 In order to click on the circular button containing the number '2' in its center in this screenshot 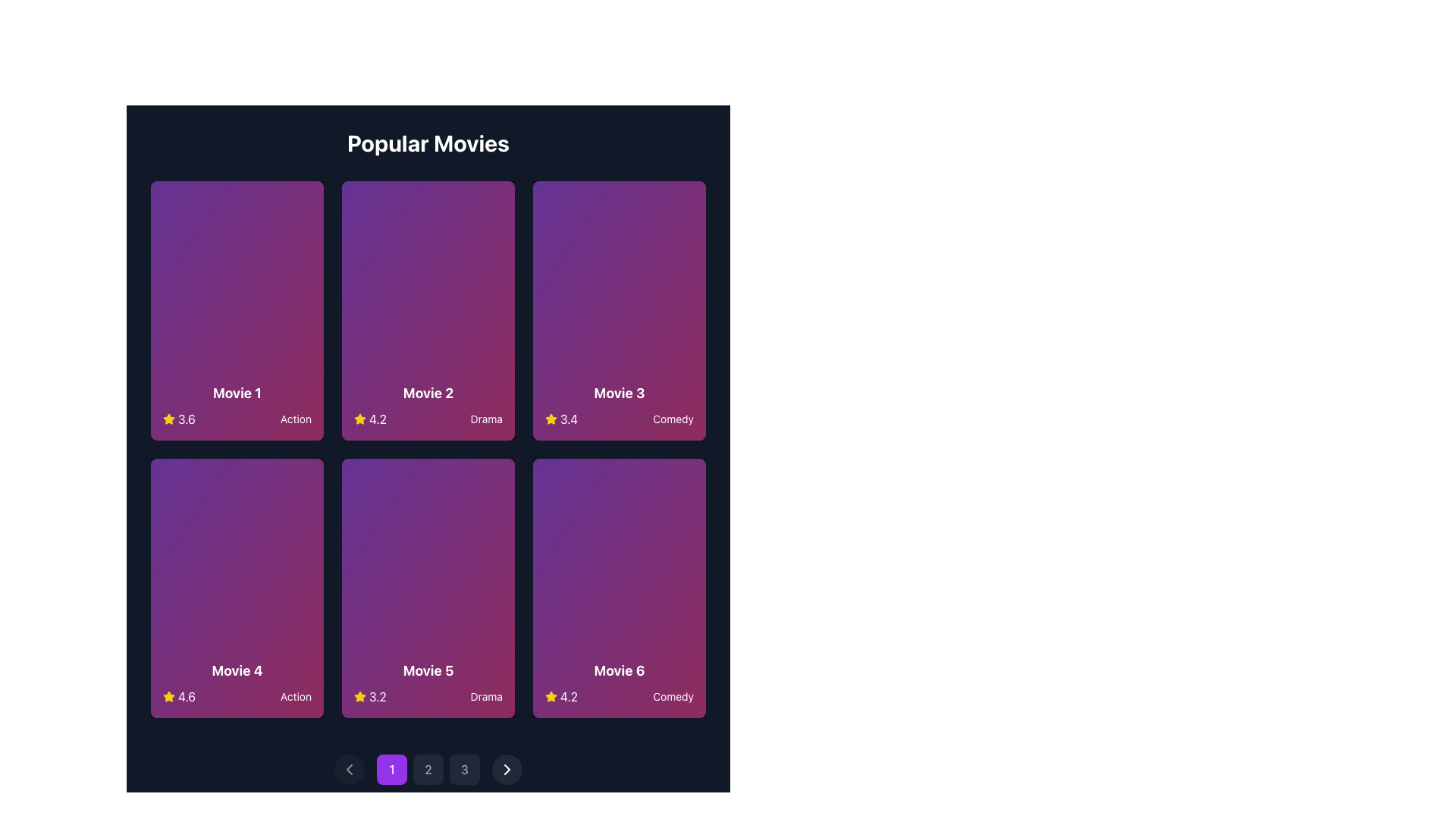, I will do `click(428, 769)`.